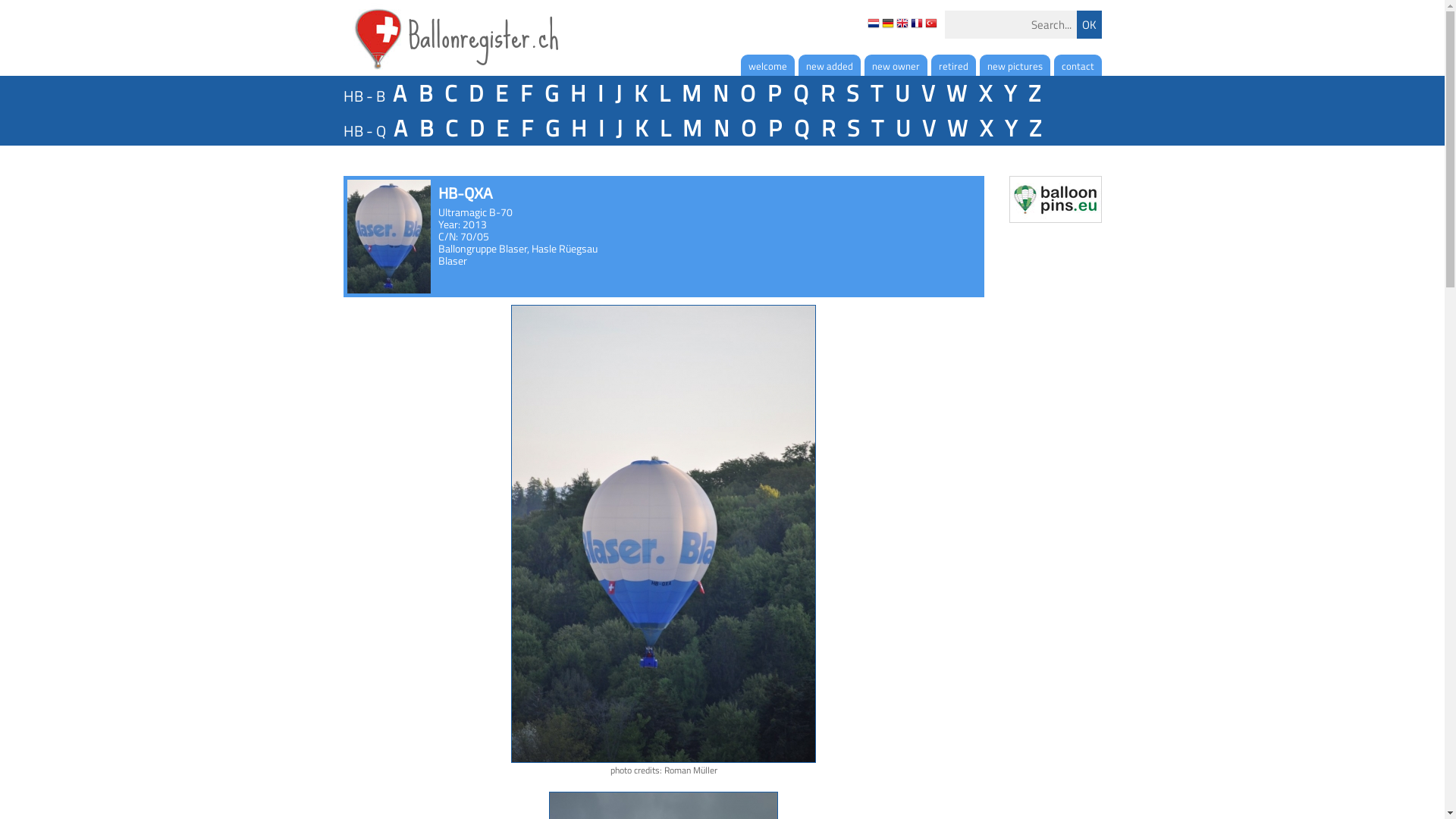 This screenshot has height=819, width=1456. I want to click on 'O', so click(735, 127).